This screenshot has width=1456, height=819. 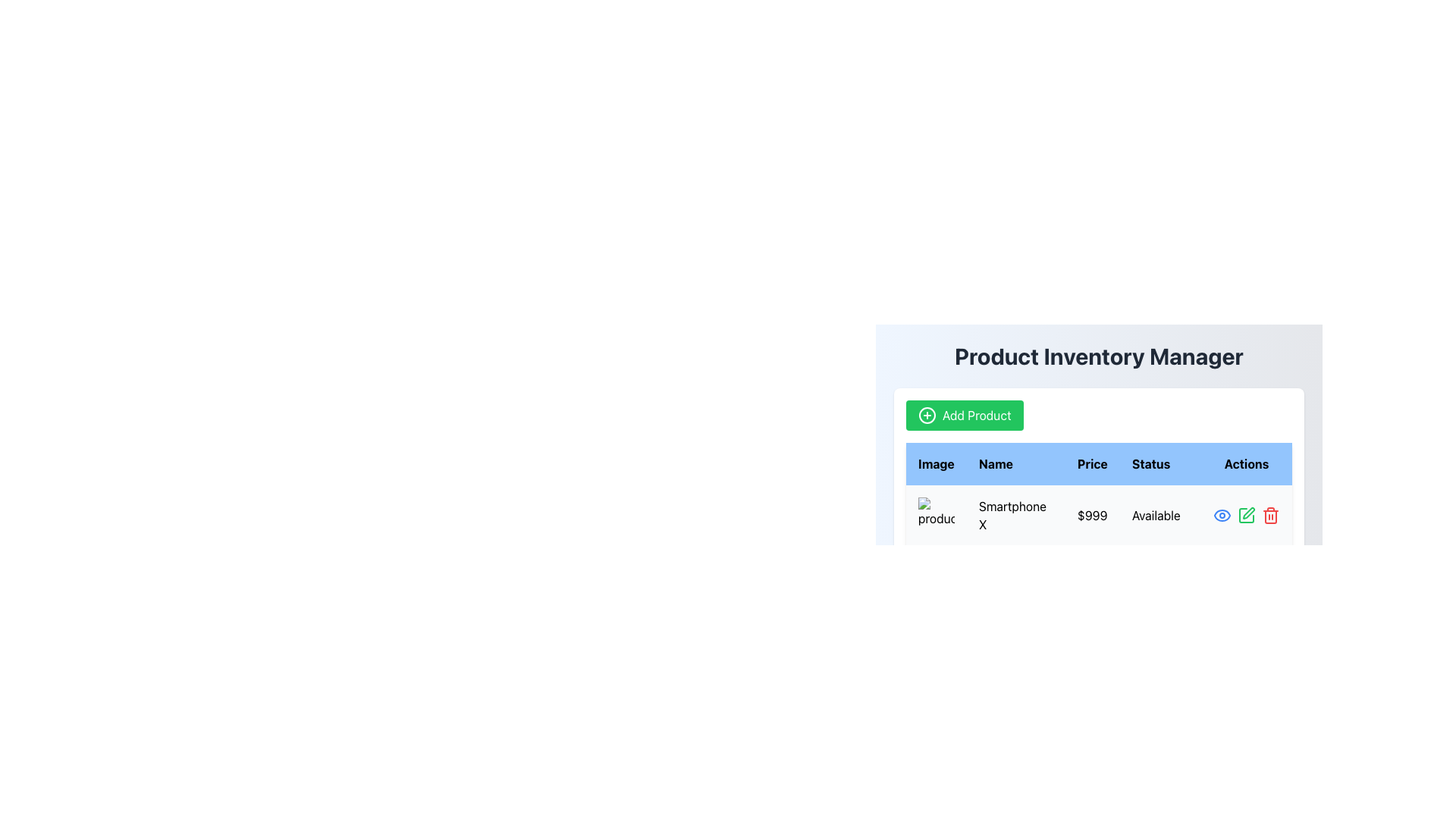 I want to click on the thumbnail image representing 'Smartphone X', so click(x=935, y=514).